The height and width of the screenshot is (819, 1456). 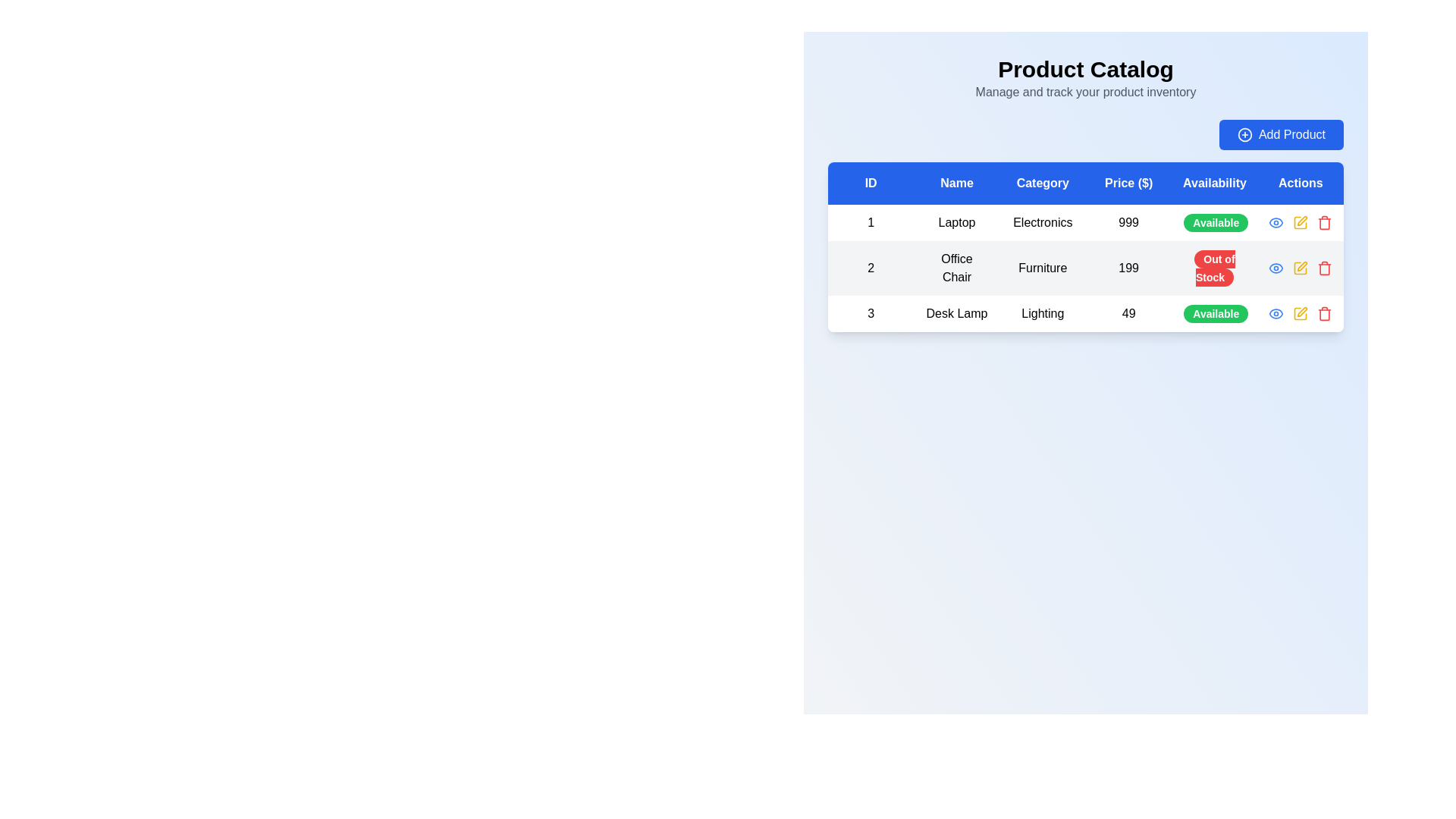 What do you see at coordinates (1215, 222) in the screenshot?
I see `text from the availability badge located in the fifth column of the first row for the item labeled 'Laptop'` at bounding box center [1215, 222].